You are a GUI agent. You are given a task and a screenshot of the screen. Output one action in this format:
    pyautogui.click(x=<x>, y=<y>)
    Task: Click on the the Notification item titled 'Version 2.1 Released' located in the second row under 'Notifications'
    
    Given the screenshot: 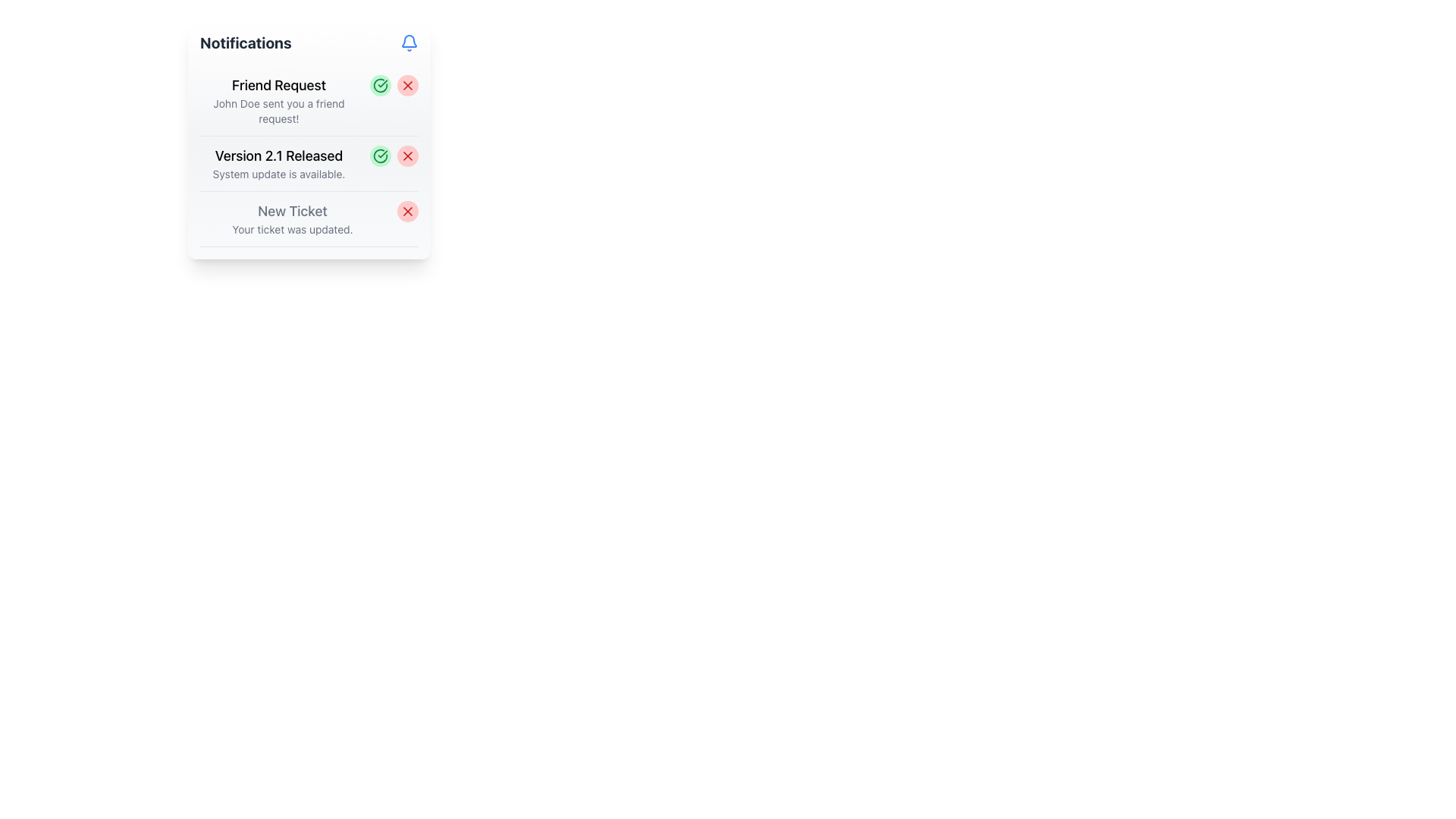 What is the action you would take?
    pyautogui.click(x=309, y=164)
    